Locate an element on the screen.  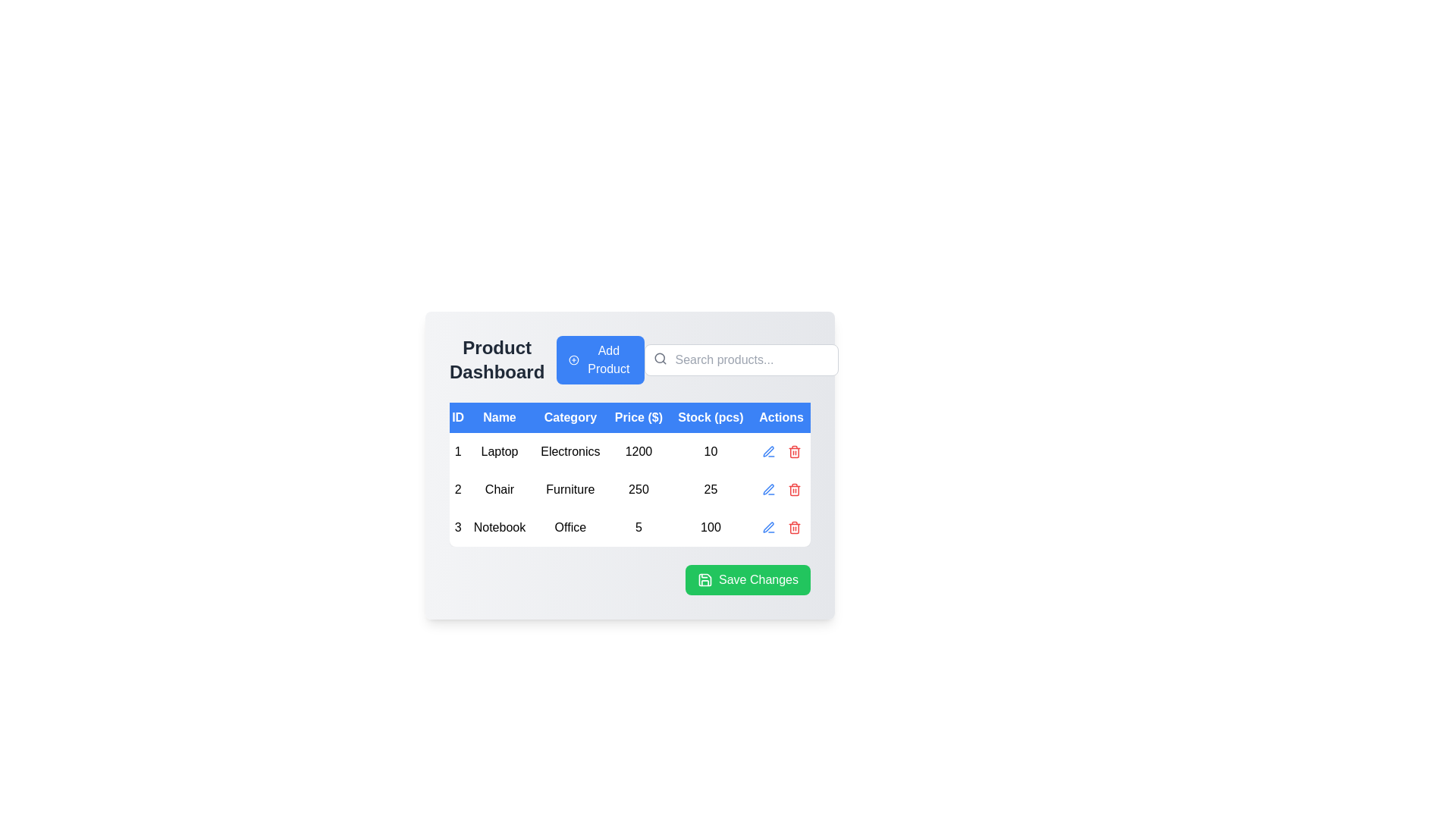
the SVG circle component that represents an 'Add Product' icon, located in the header section of the interface is located at coordinates (573, 359).